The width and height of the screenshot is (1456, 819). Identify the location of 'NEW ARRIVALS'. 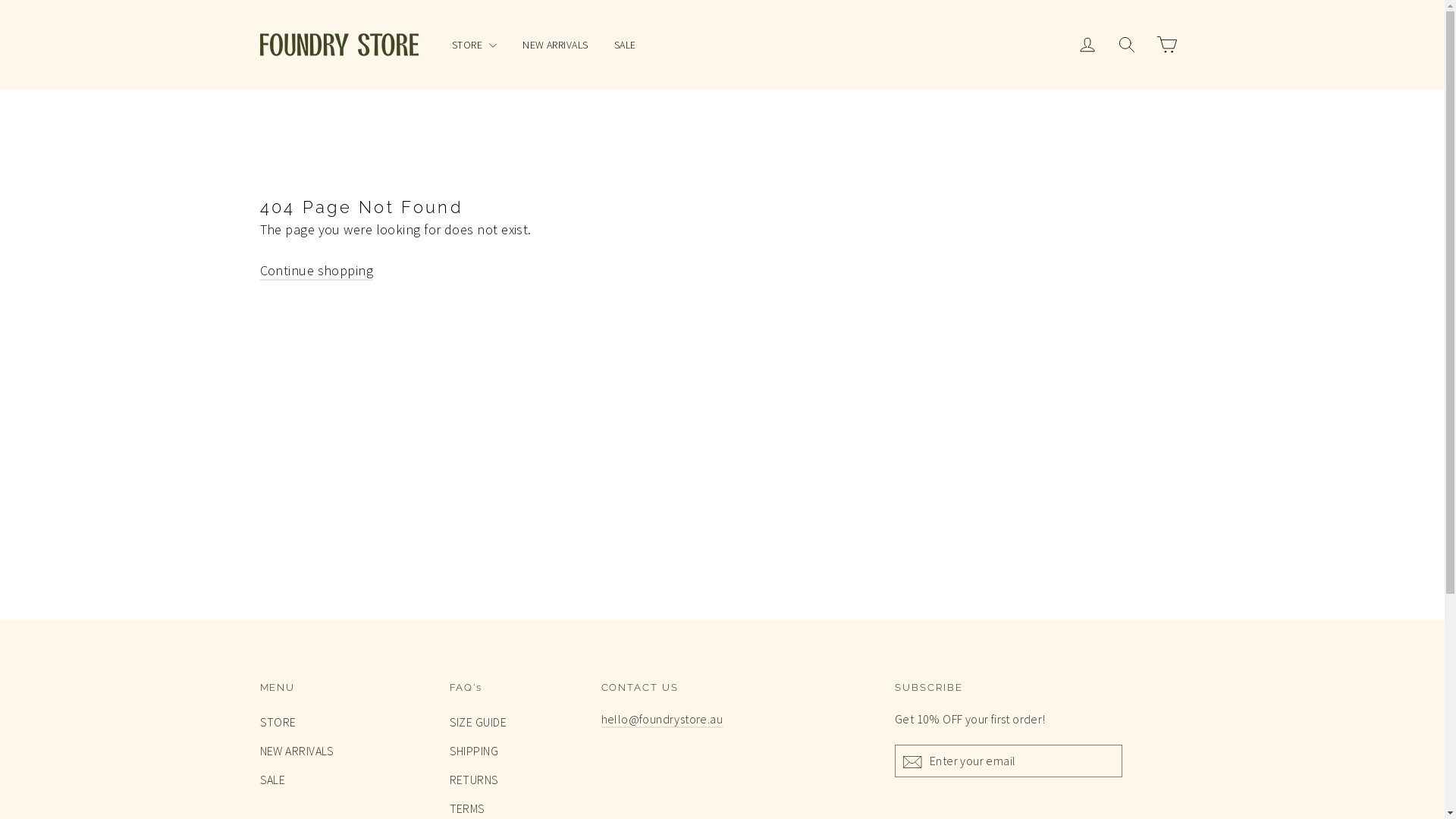
(554, 43).